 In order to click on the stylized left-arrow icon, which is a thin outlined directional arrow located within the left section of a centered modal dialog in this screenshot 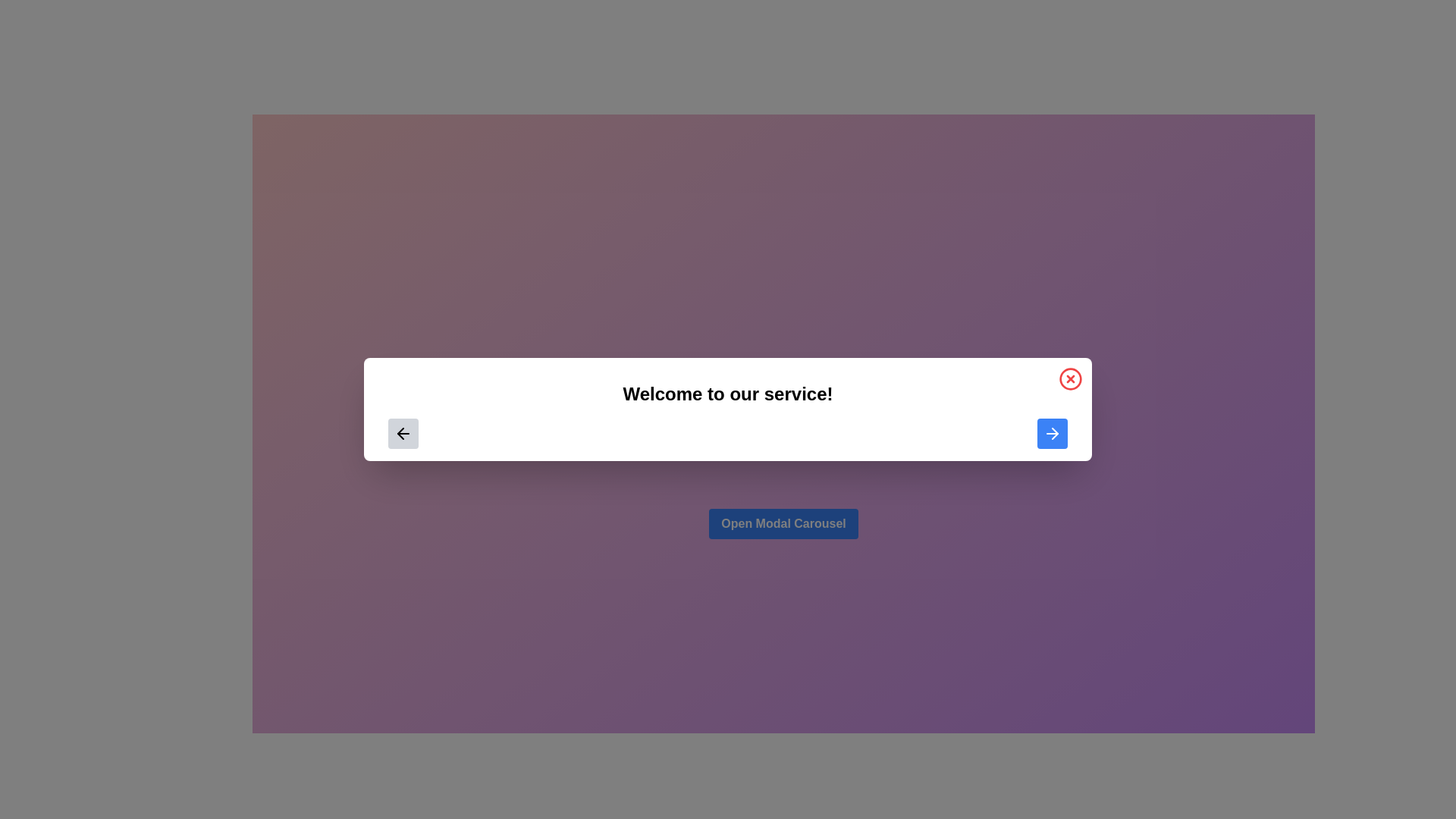, I will do `click(400, 433)`.